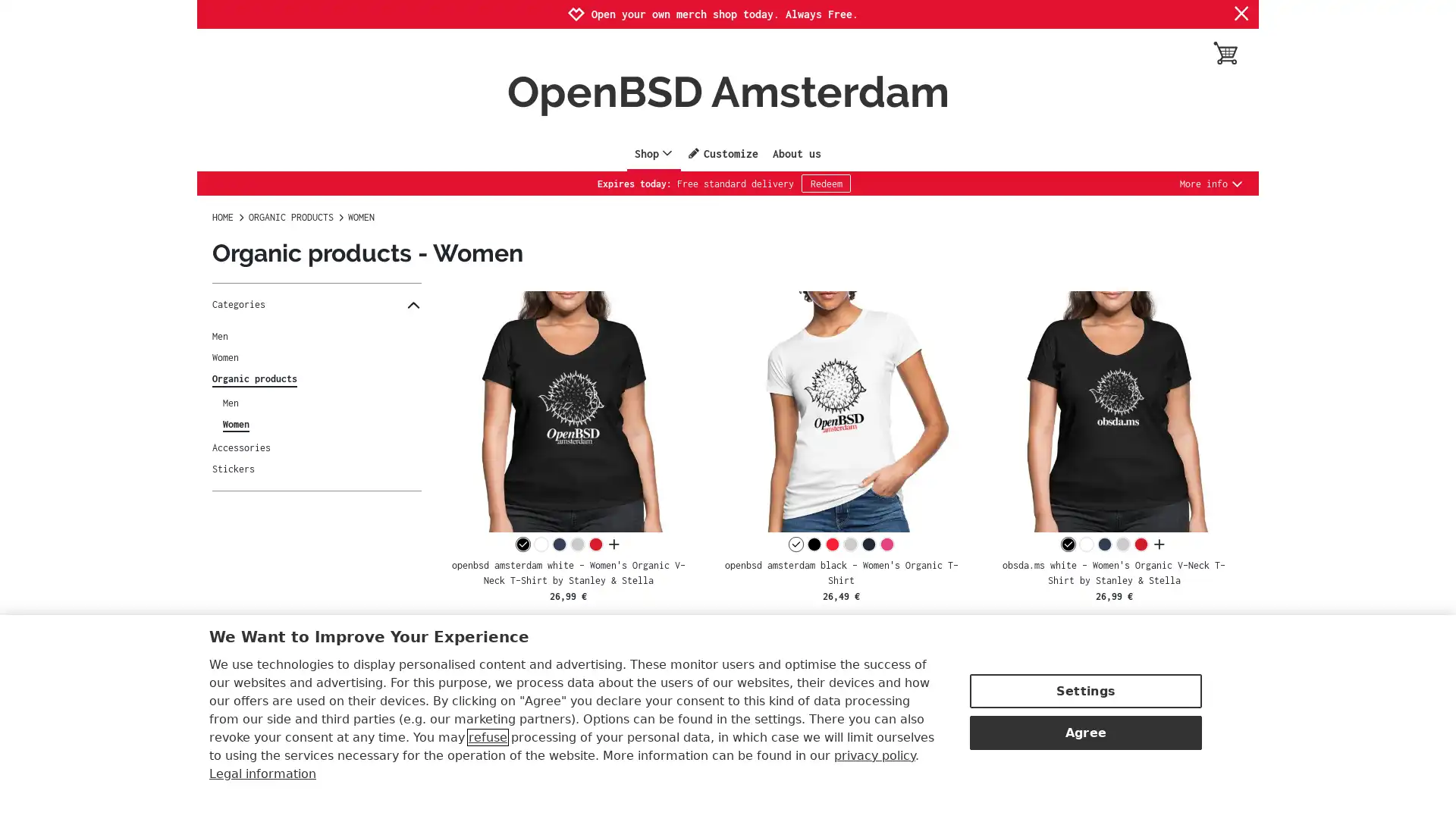 The width and height of the screenshot is (1456, 819). I want to click on Settings, so click(1084, 689).